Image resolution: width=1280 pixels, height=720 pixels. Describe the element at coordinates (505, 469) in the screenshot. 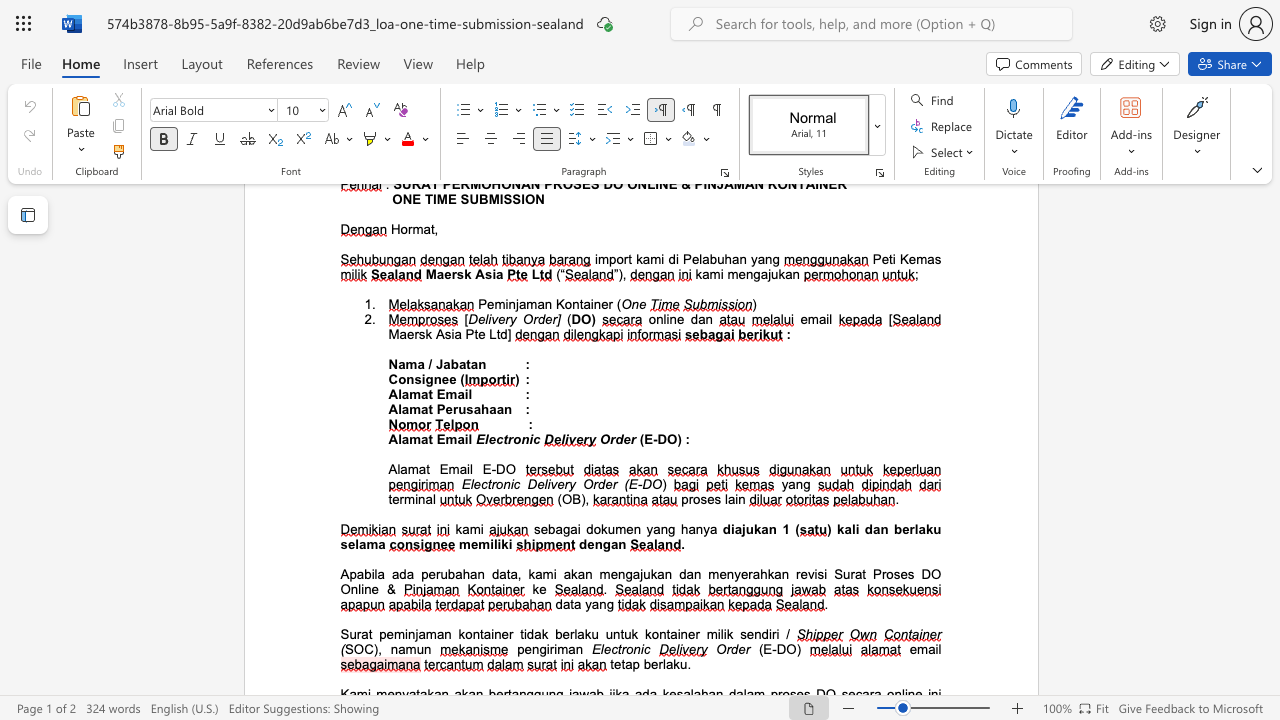

I see `the space between the continuous character "D" and "O" in the text` at that location.